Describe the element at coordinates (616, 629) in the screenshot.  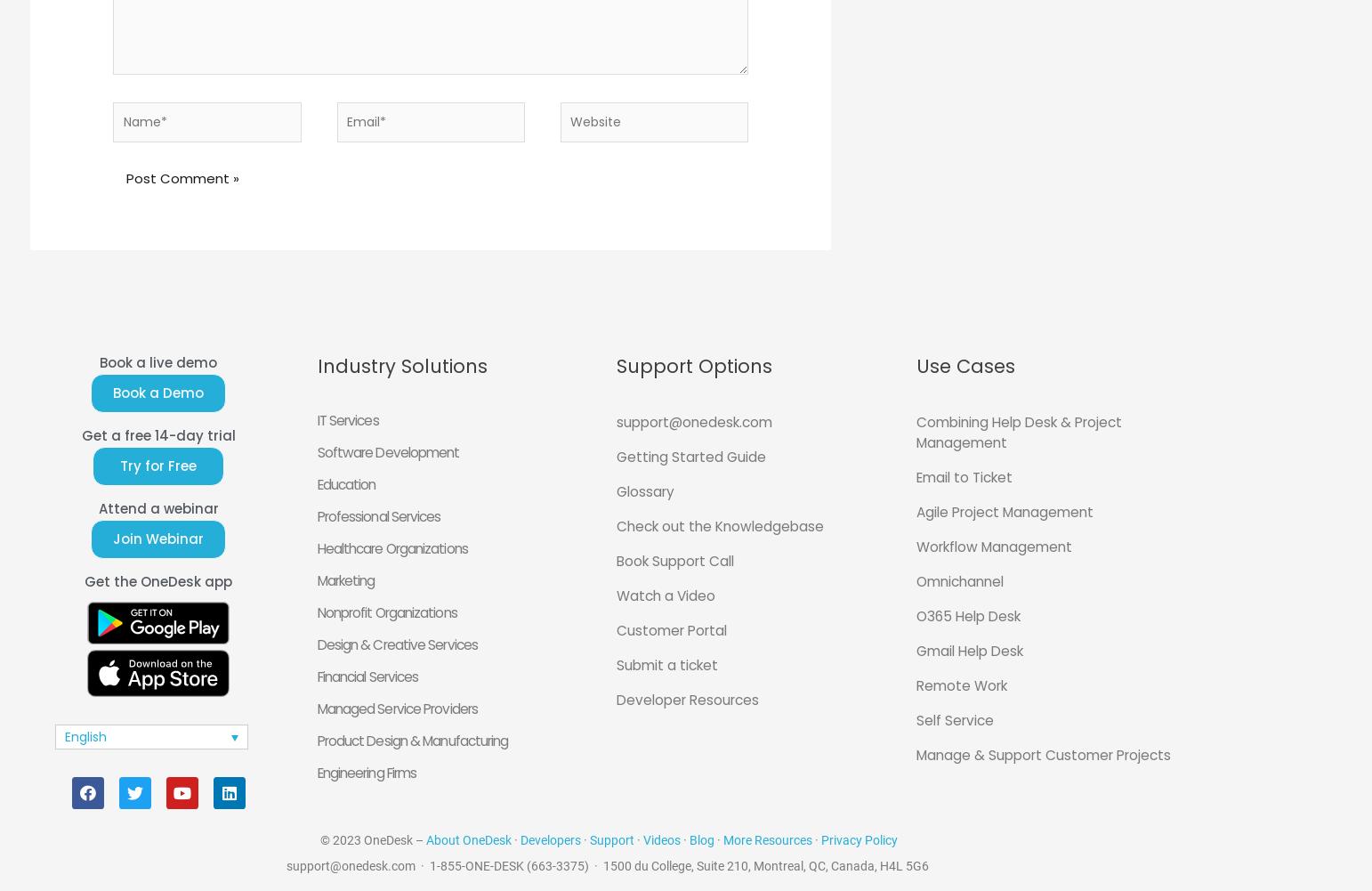
I see `'Customer Portal'` at that location.